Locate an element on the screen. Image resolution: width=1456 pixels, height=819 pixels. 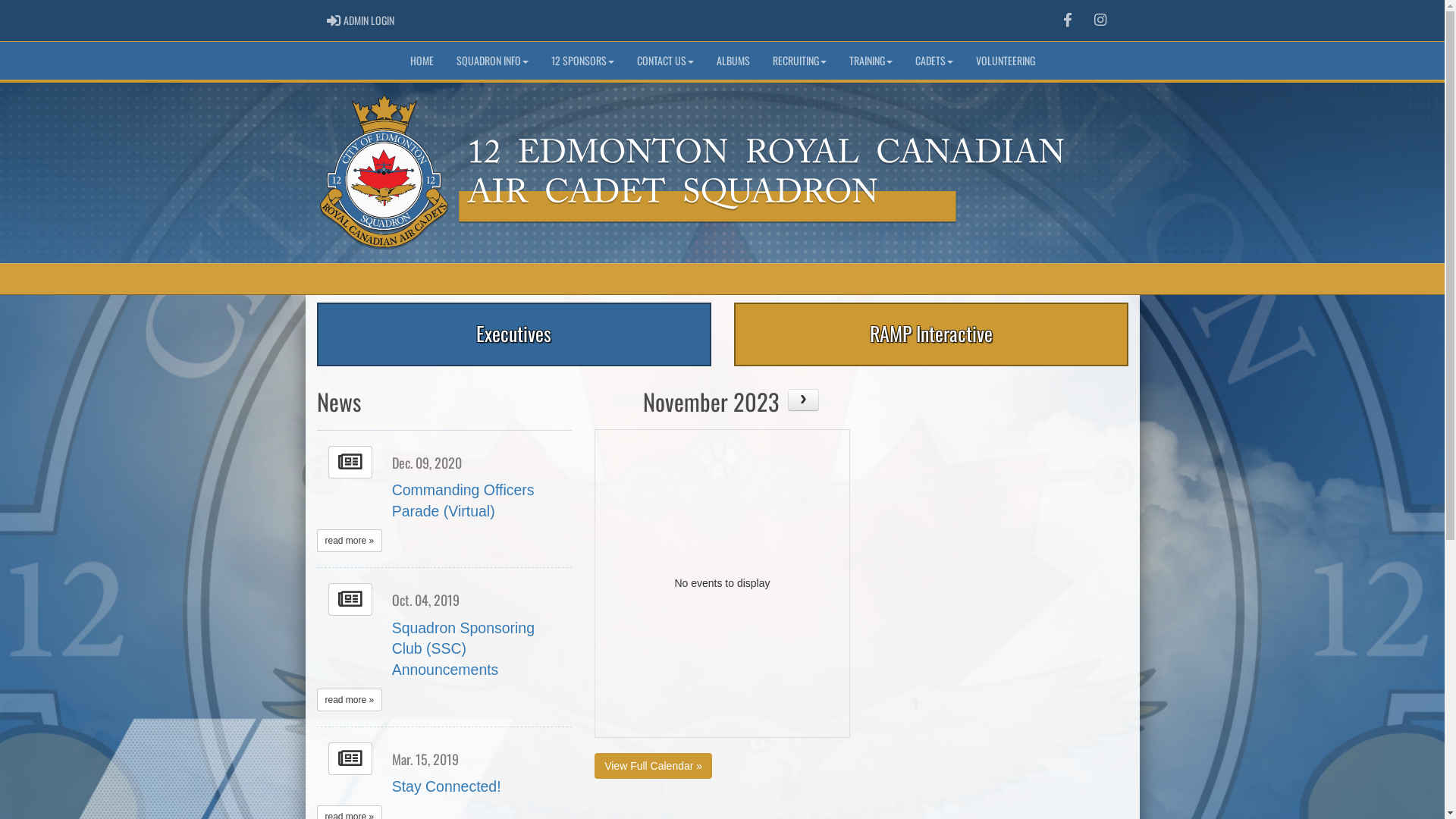
'LOGIN PAGE is located at coordinates (359, 20).